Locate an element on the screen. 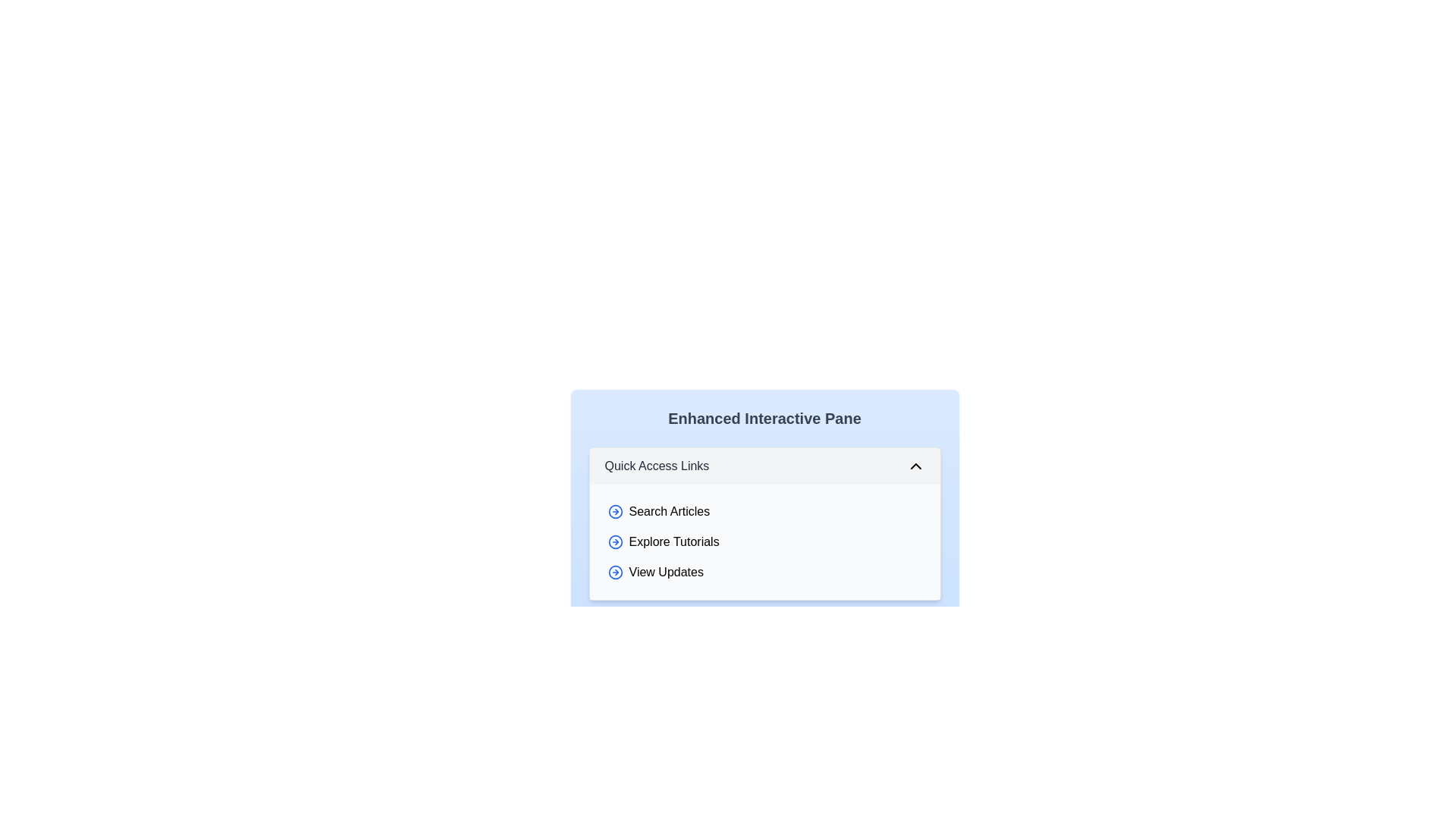  the item View Updates in the list to select it is located at coordinates (764, 573).